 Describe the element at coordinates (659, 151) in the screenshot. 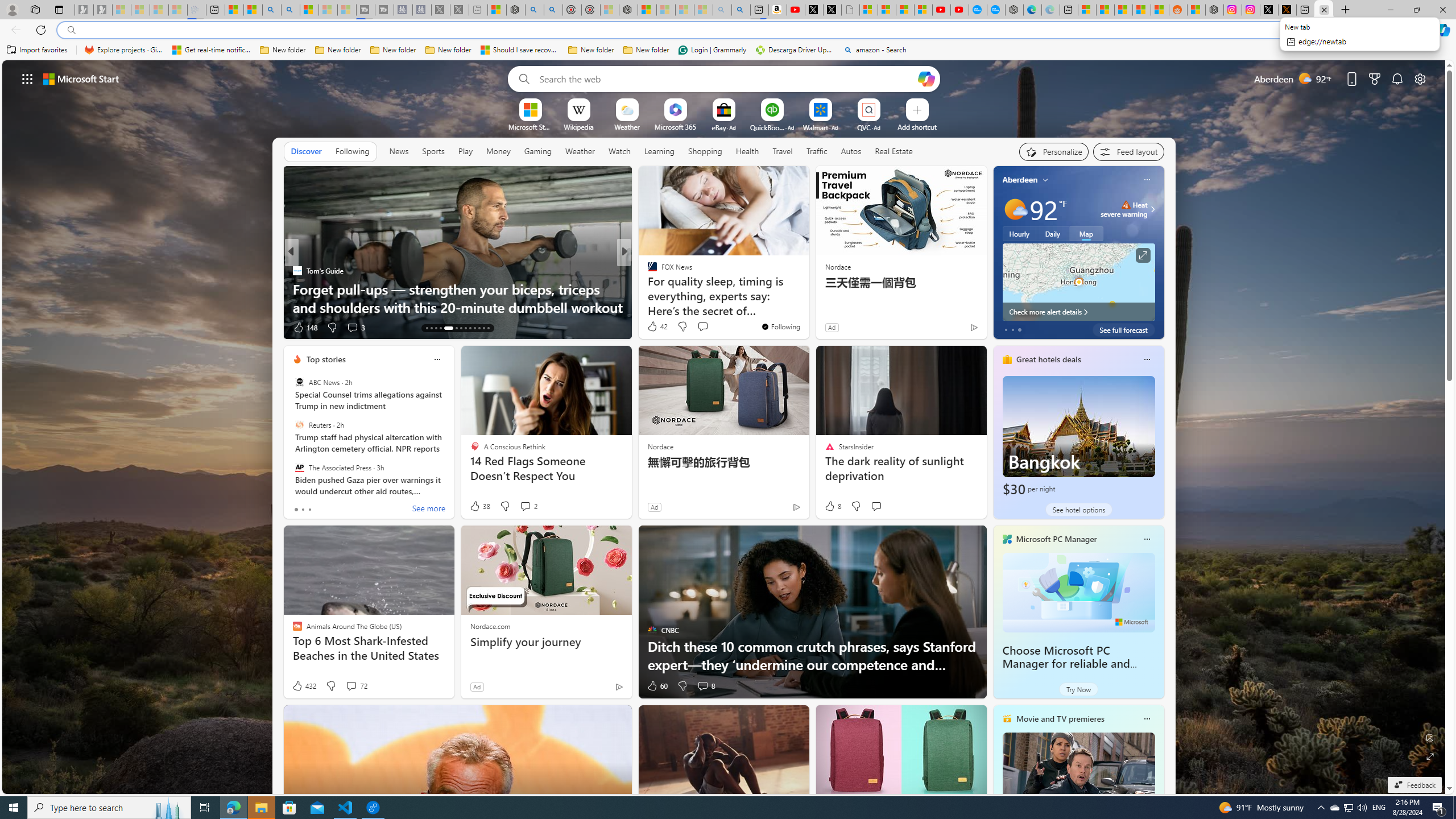

I see `'Learning'` at that location.